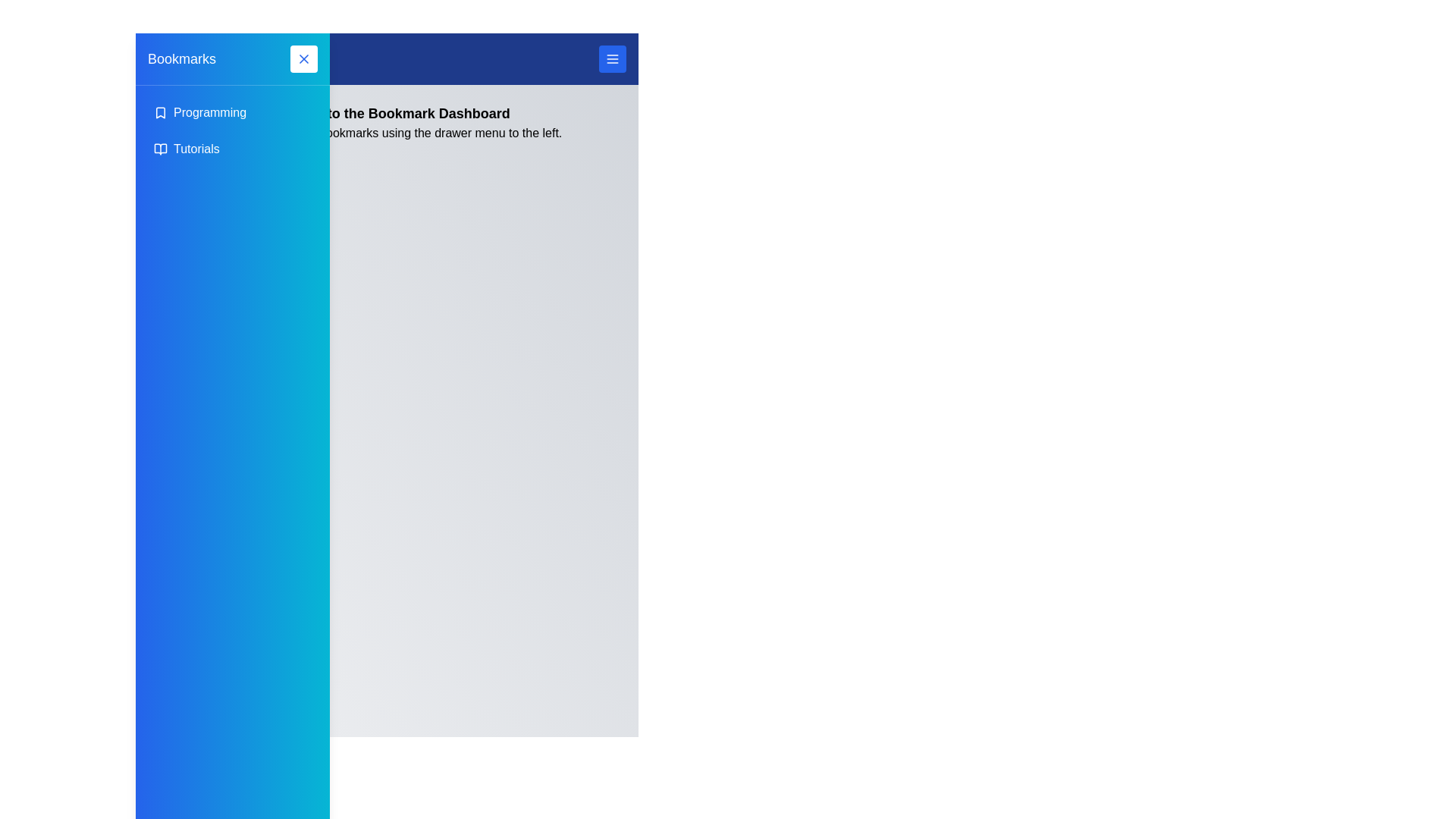  What do you see at coordinates (160, 112) in the screenshot?
I see `the bookmark icon located to the left of the 'Programming' text in the sidebar menu` at bounding box center [160, 112].